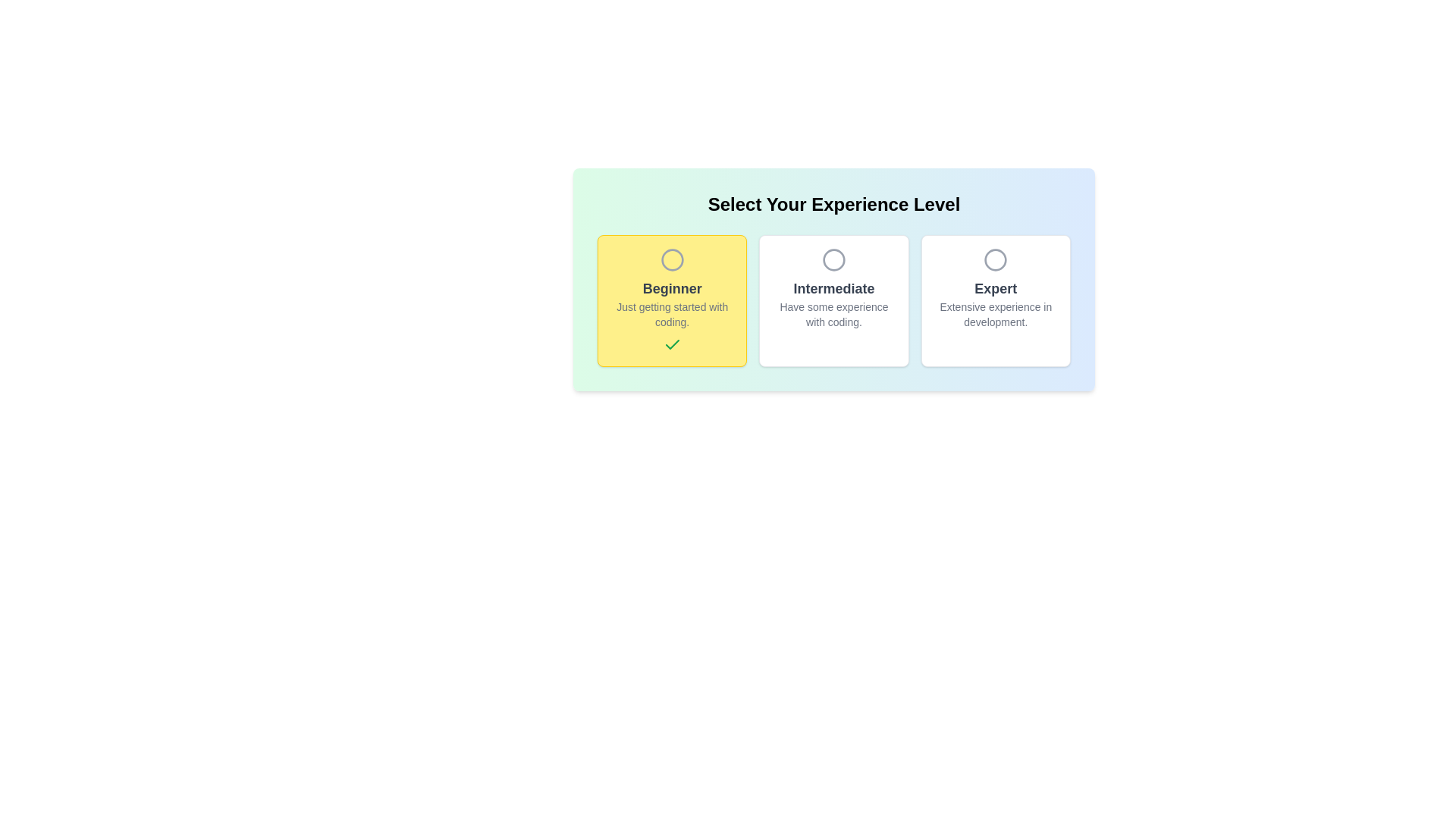 This screenshot has height=819, width=1456. What do you see at coordinates (833, 259) in the screenshot?
I see `the circular radio button with a gray border located in the 'Intermediate' selection card in the UI panel for experience levels` at bounding box center [833, 259].